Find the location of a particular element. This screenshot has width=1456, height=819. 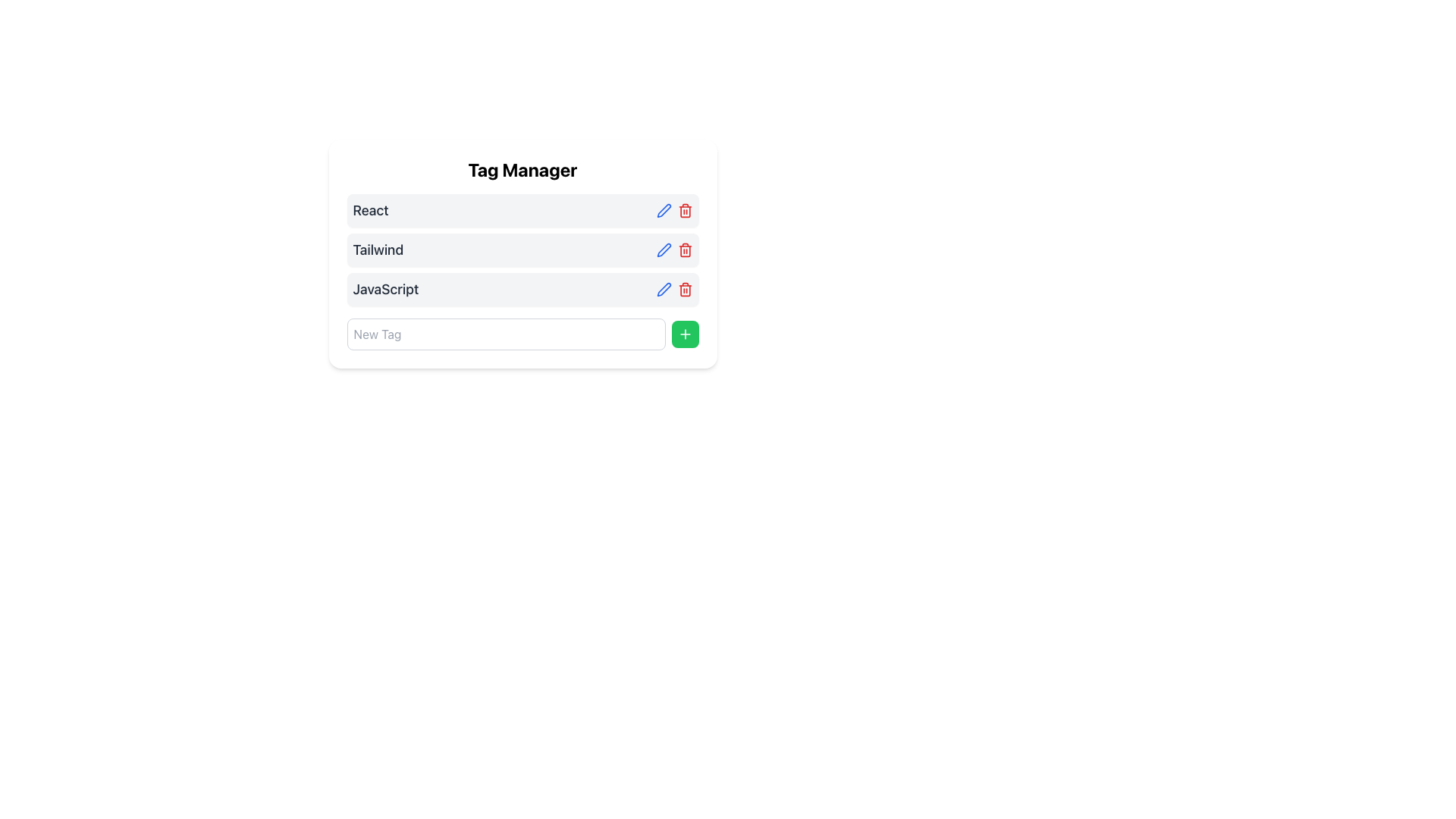

the 'Add New Tag' button located at the far-right of the horizontal layout, which is next to the 'New Tag' input field is located at coordinates (684, 333).